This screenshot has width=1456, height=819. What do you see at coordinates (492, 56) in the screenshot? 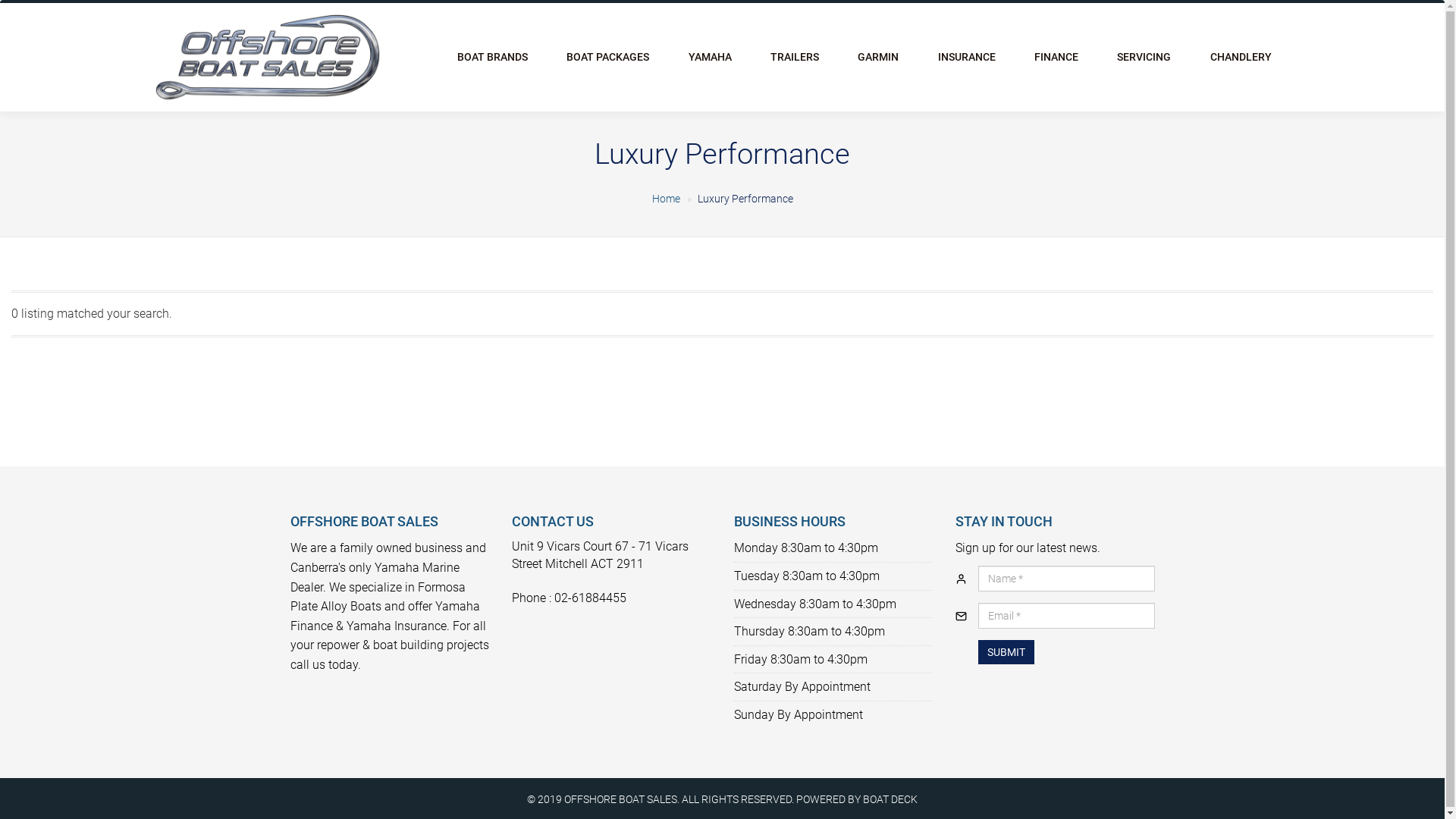
I see `'BOAT BRANDS'` at bounding box center [492, 56].